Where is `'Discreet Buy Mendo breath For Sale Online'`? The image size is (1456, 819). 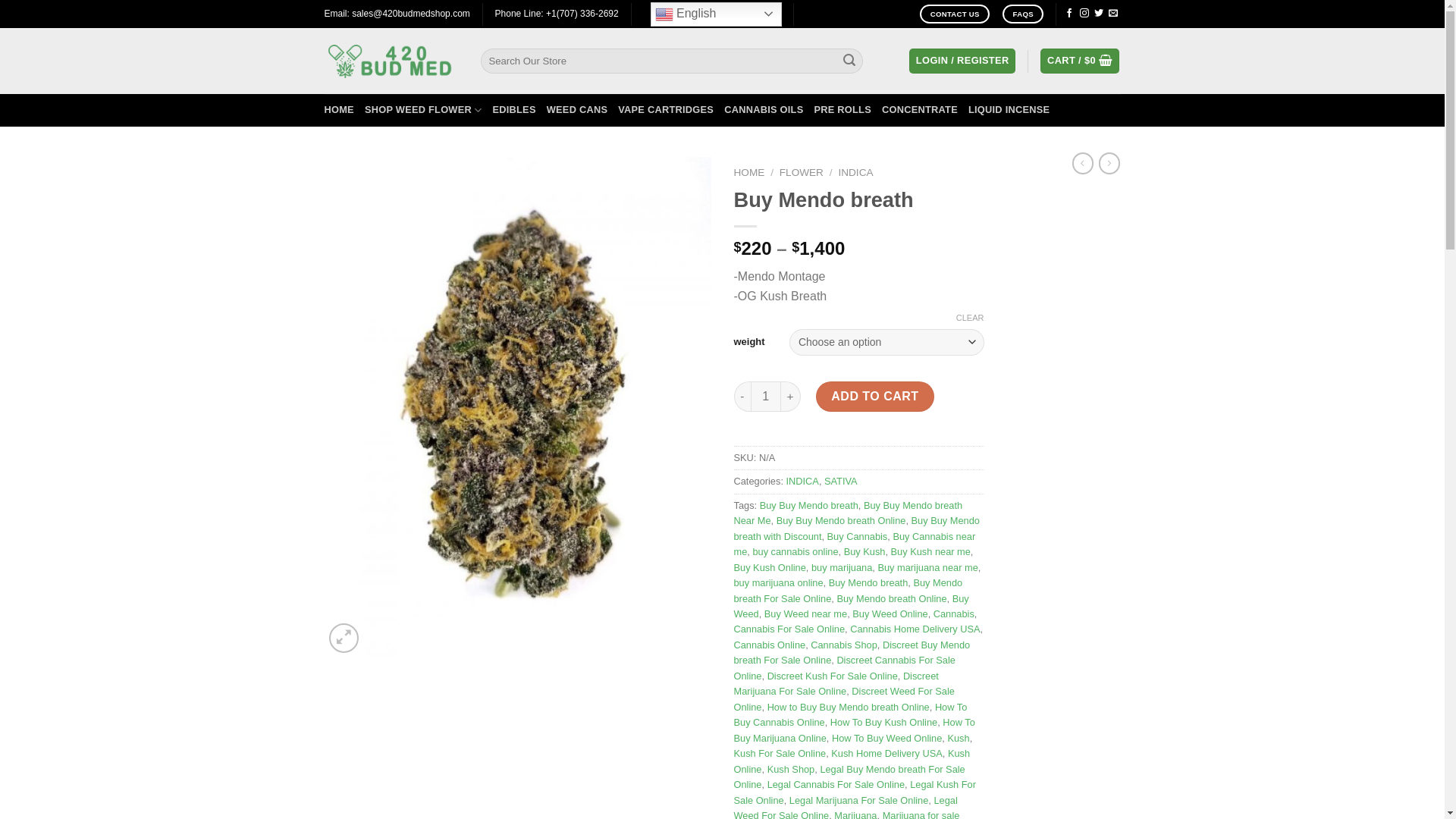
'Discreet Buy Mendo breath For Sale Online' is located at coordinates (852, 651).